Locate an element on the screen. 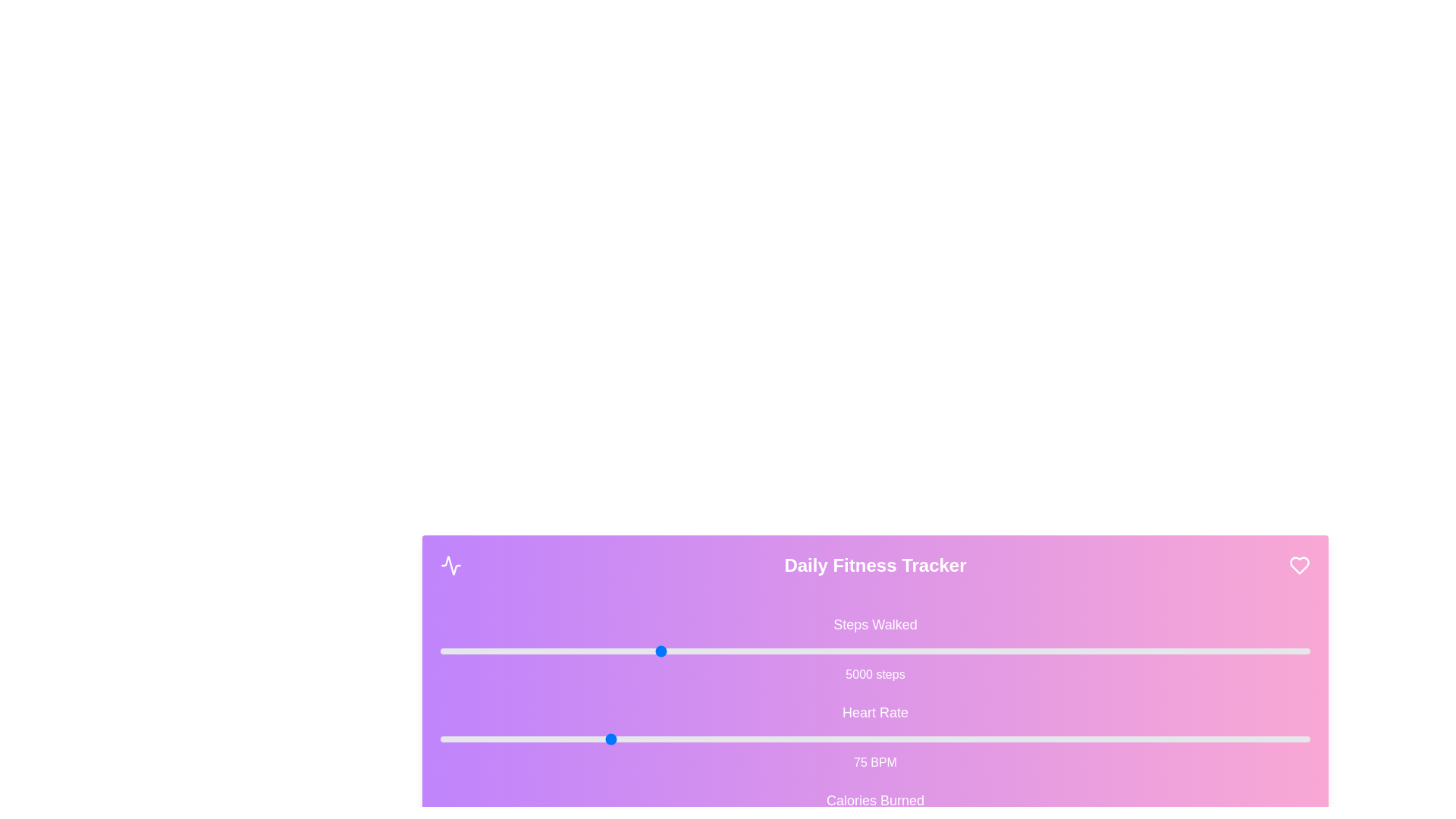 This screenshot has height=819, width=1456. the 'Steps Walked' slider to set its value to 10522 is located at coordinates (898, 651).